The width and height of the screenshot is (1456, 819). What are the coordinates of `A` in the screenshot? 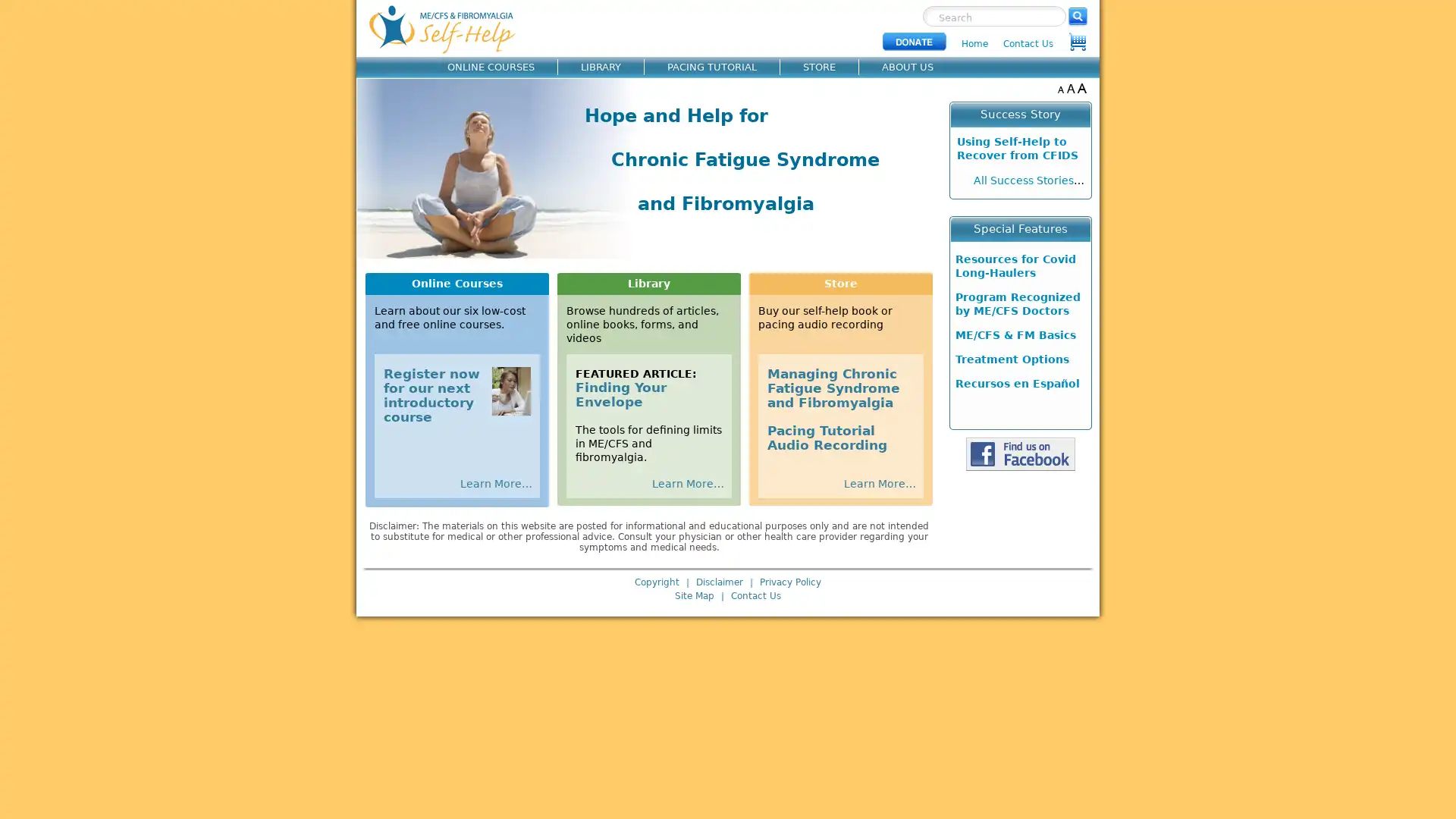 It's located at (1081, 88).